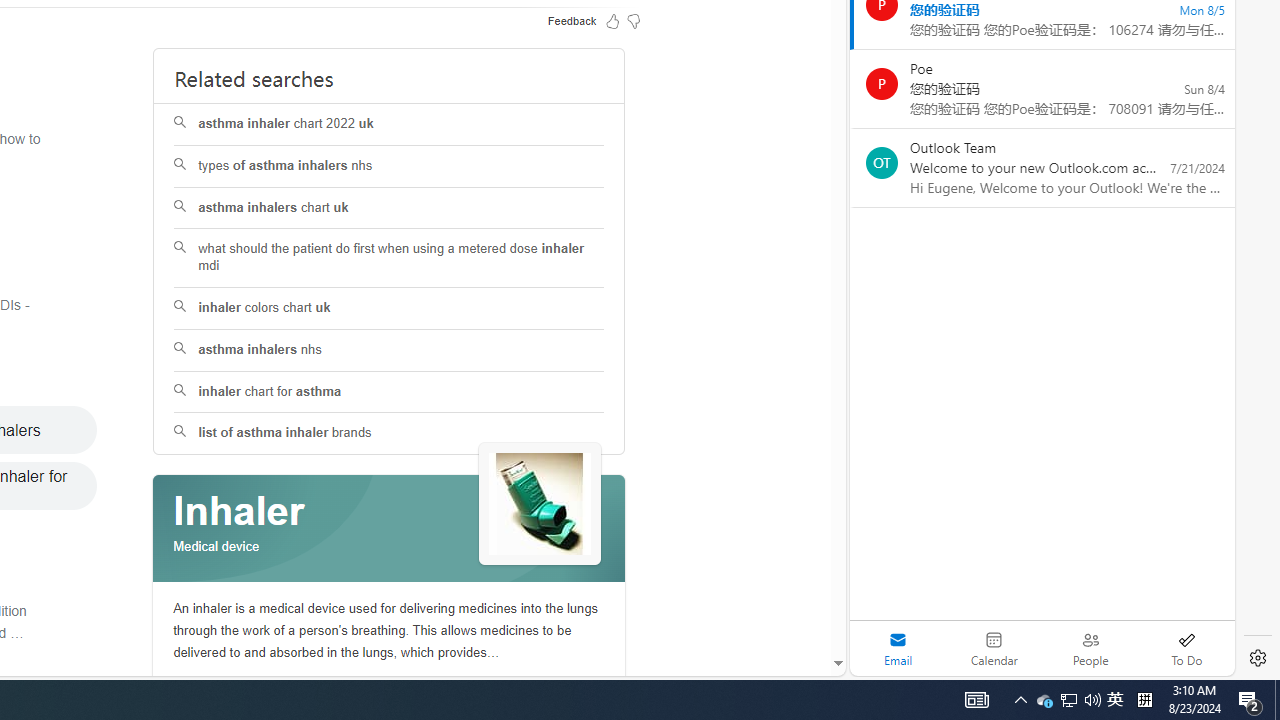 Image resolution: width=1280 pixels, height=720 pixels. Describe the element at coordinates (389, 165) in the screenshot. I see `'types of asthma inhalers nhs'` at that location.